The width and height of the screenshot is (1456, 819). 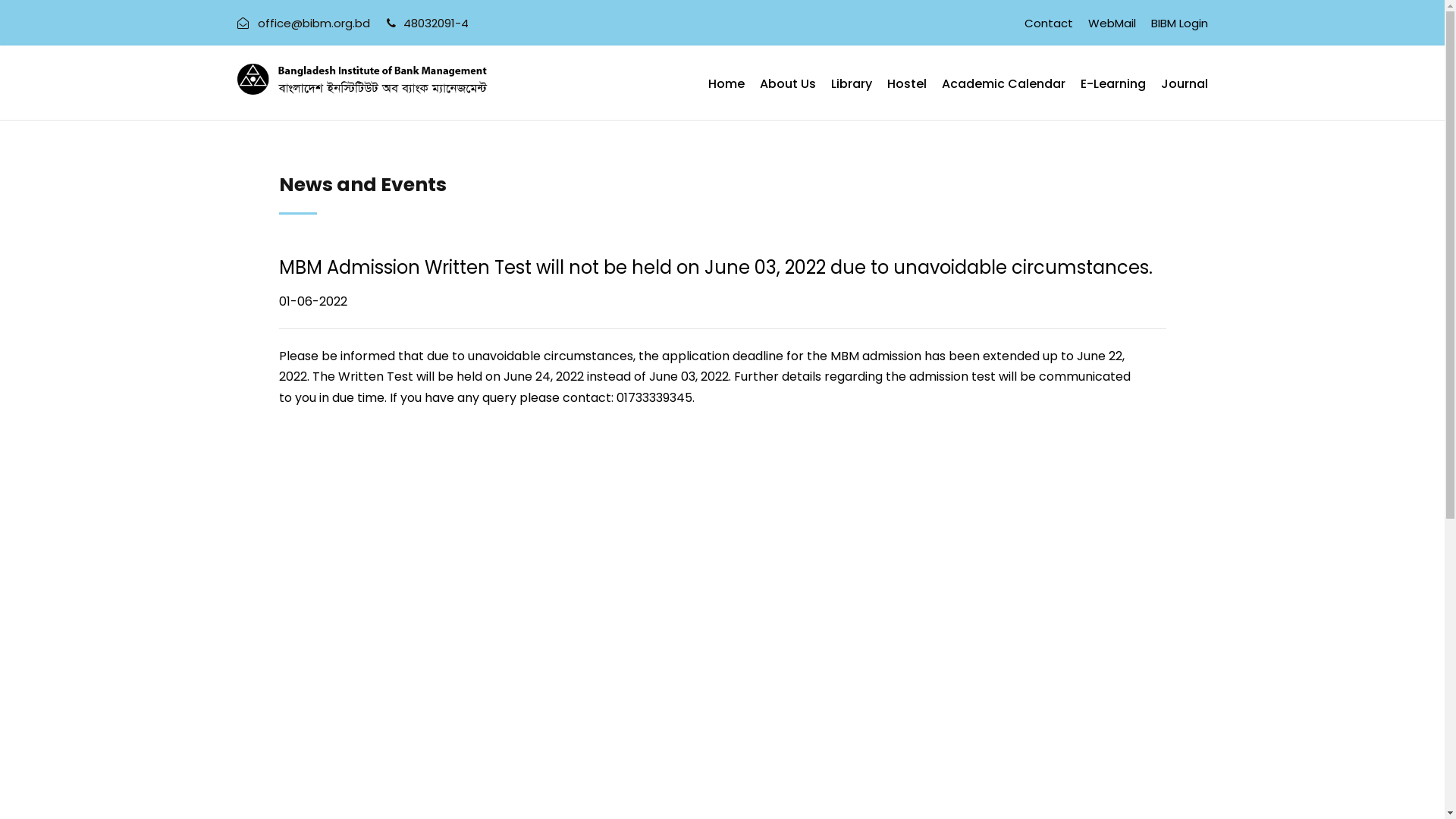 What do you see at coordinates (1112, 96) in the screenshot?
I see `'E-Learning'` at bounding box center [1112, 96].